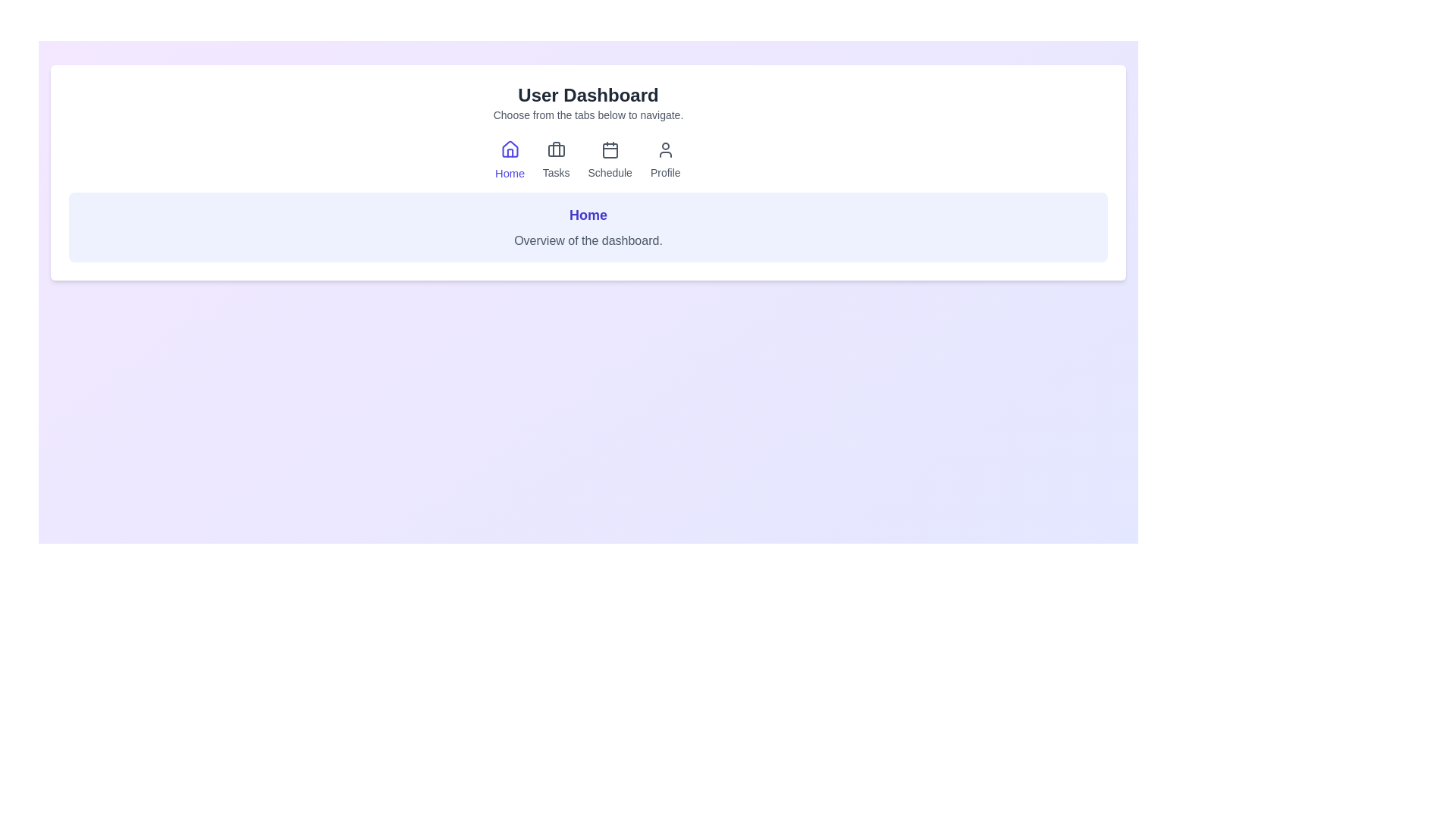  Describe the element at coordinates (555, 171) in the screenshot. I see `the 'Tasks' text label in the navigation bar, which is styled in gray and positioned below the suitcase icon, to potentially reveal additional information` at that location.